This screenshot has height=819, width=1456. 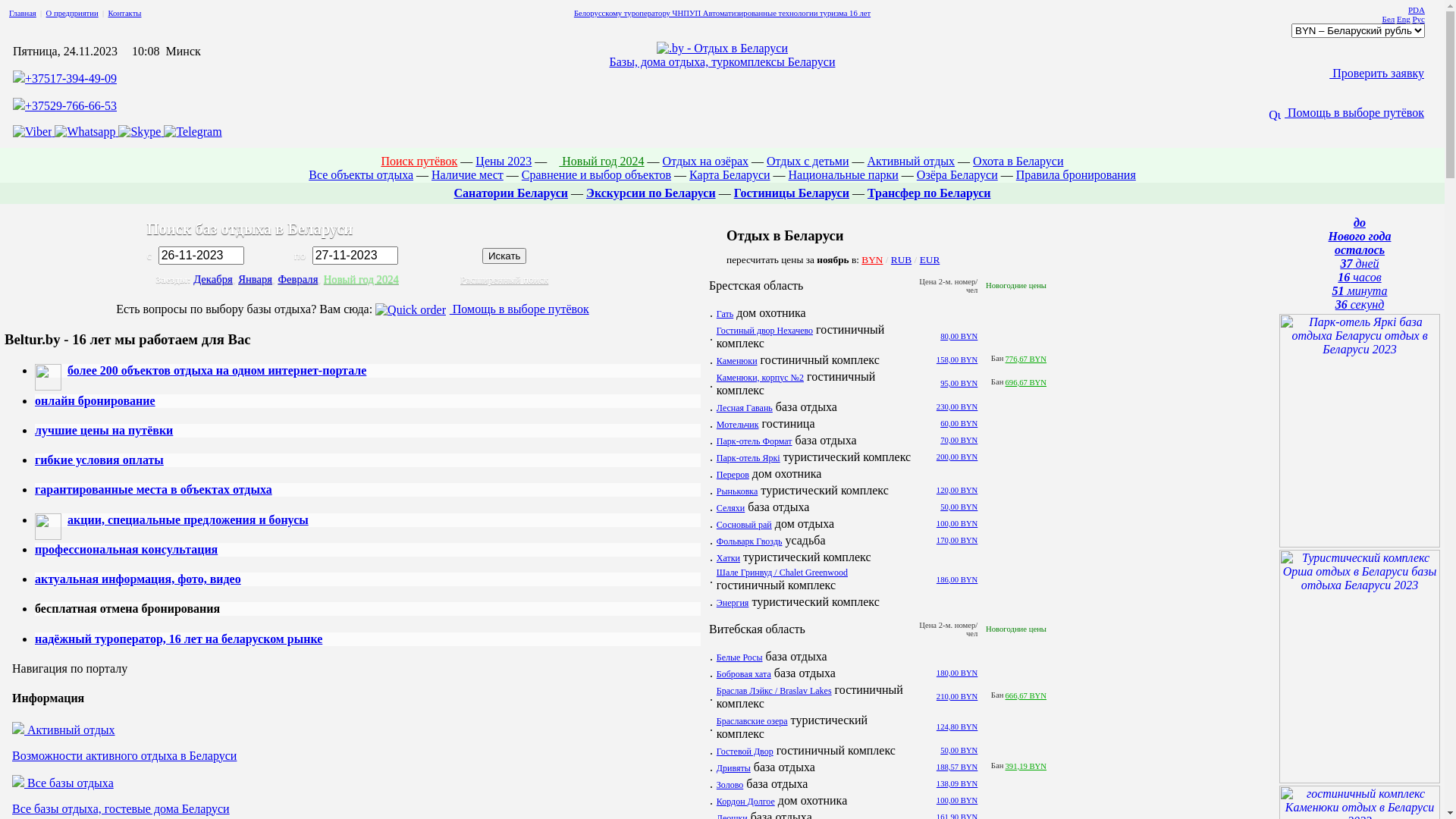 What do you see at coordinates (1005, 381) in the screenshot?
I see `'696,67 BYN'` at bounding box center [1005, 381].